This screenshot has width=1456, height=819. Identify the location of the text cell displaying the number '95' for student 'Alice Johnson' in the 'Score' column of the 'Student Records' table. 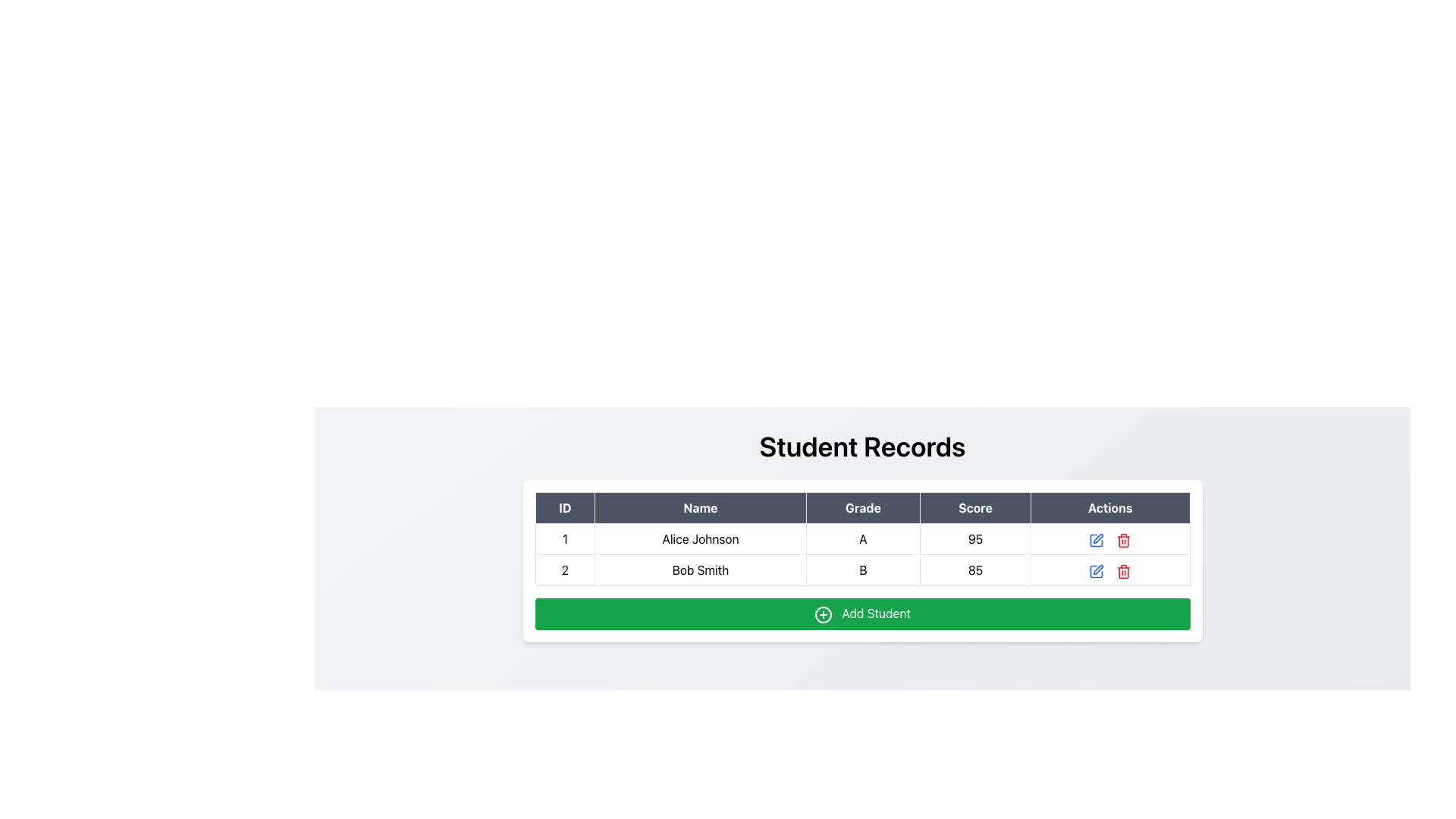
(975, 538).